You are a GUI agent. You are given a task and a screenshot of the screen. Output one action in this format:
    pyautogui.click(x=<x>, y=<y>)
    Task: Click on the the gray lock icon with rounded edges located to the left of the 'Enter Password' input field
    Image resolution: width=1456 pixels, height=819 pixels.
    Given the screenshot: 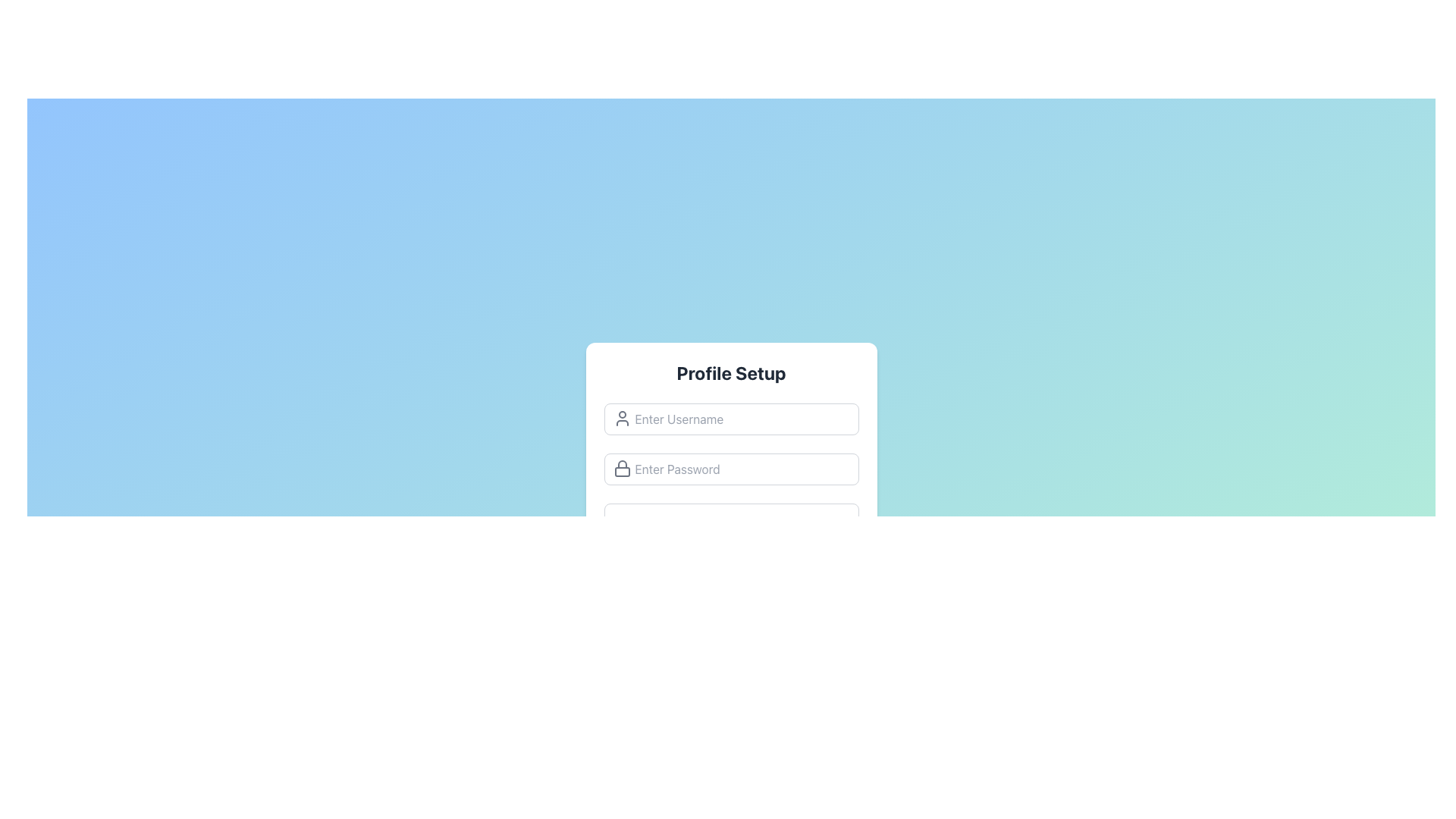 What is the action you would take?
    pyautogui.click(x=622, y=467)
    